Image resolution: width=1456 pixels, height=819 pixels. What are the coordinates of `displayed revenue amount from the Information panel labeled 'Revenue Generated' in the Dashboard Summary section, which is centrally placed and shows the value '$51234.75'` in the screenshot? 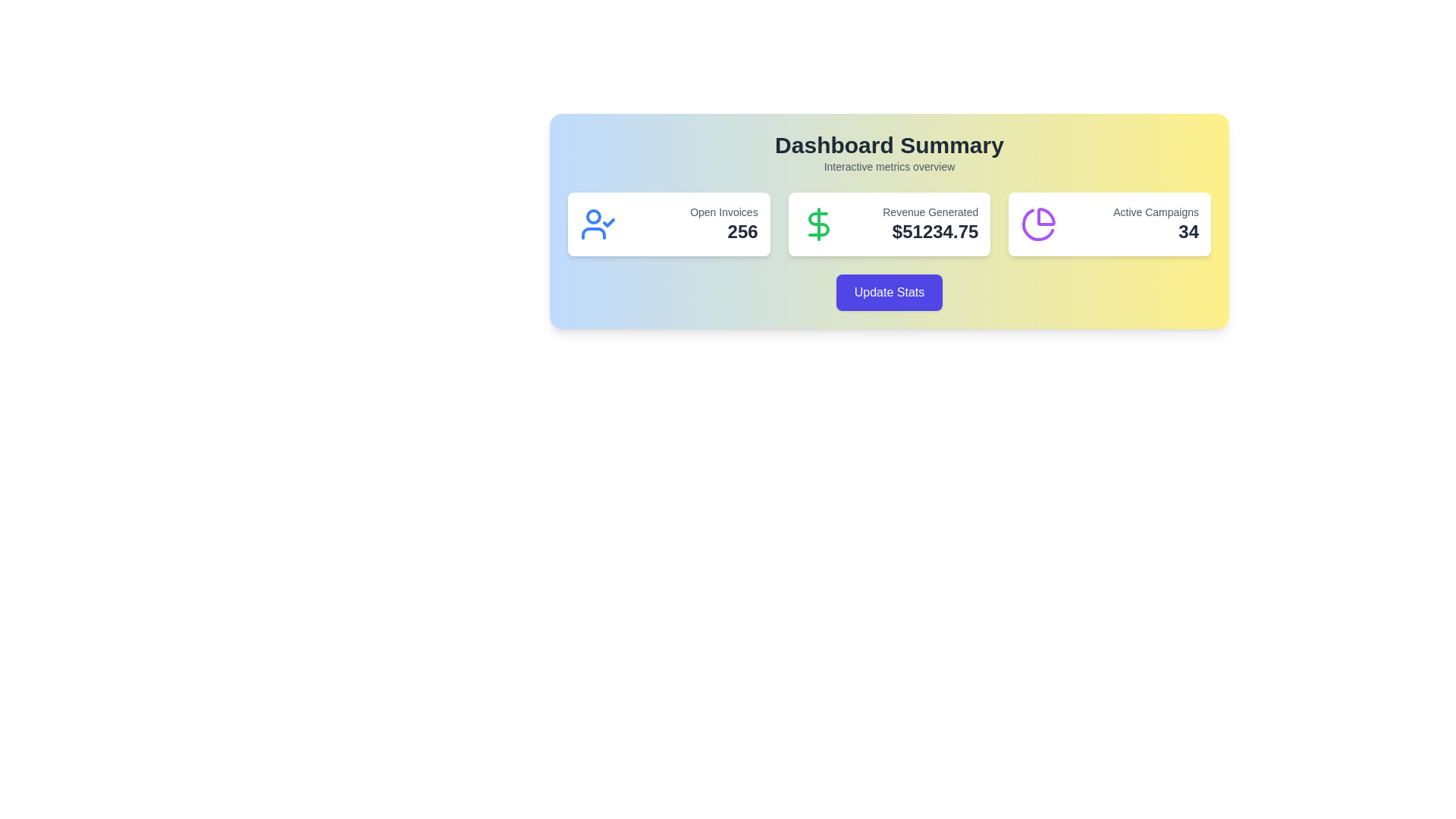 It's located at (889, 221).